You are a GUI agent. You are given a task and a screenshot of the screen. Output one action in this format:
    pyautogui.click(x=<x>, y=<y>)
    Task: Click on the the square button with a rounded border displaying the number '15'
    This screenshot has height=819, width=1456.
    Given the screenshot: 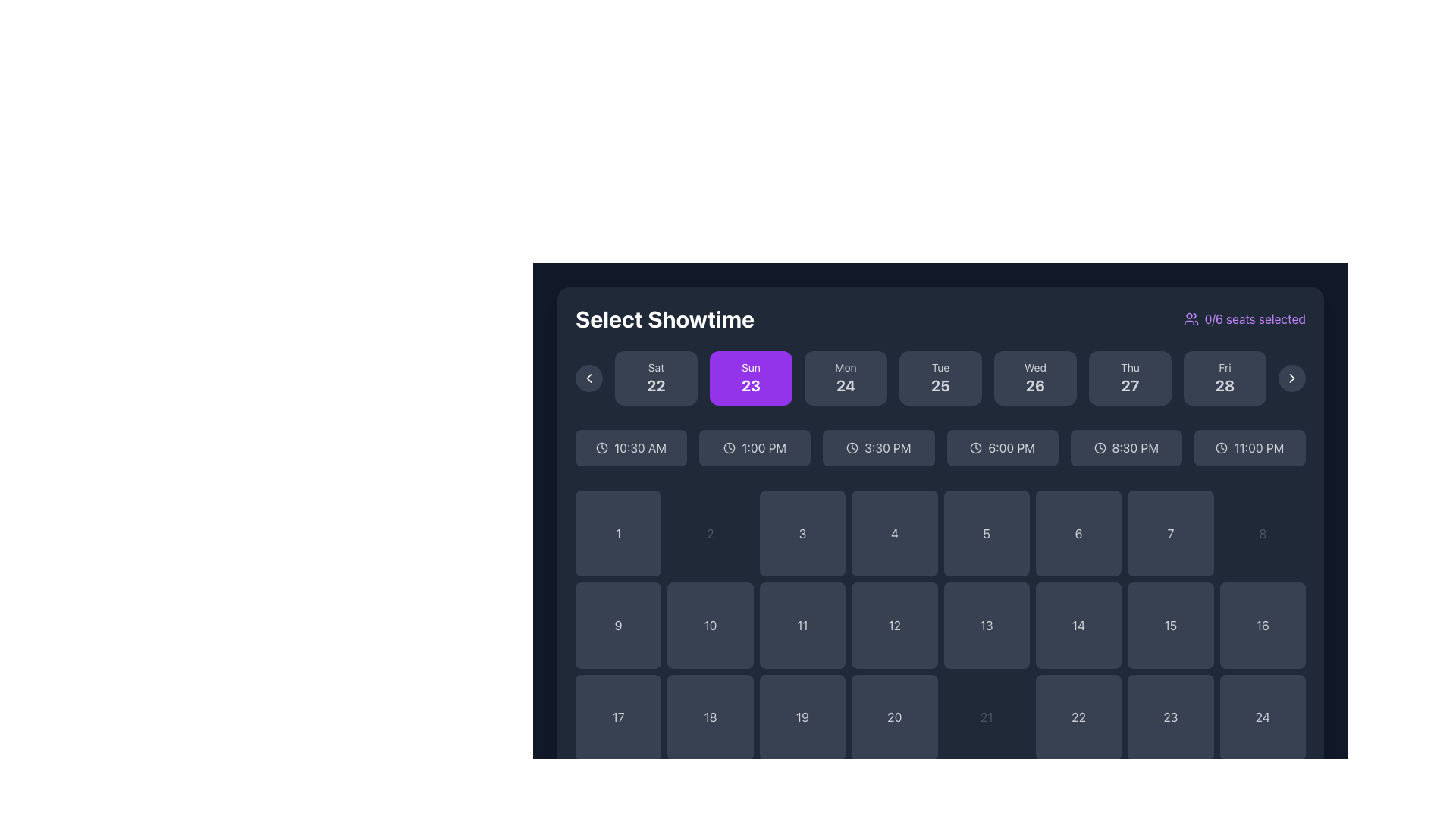 What is the action you would take?
    pyautogui.click(x=1169, y=626)
    